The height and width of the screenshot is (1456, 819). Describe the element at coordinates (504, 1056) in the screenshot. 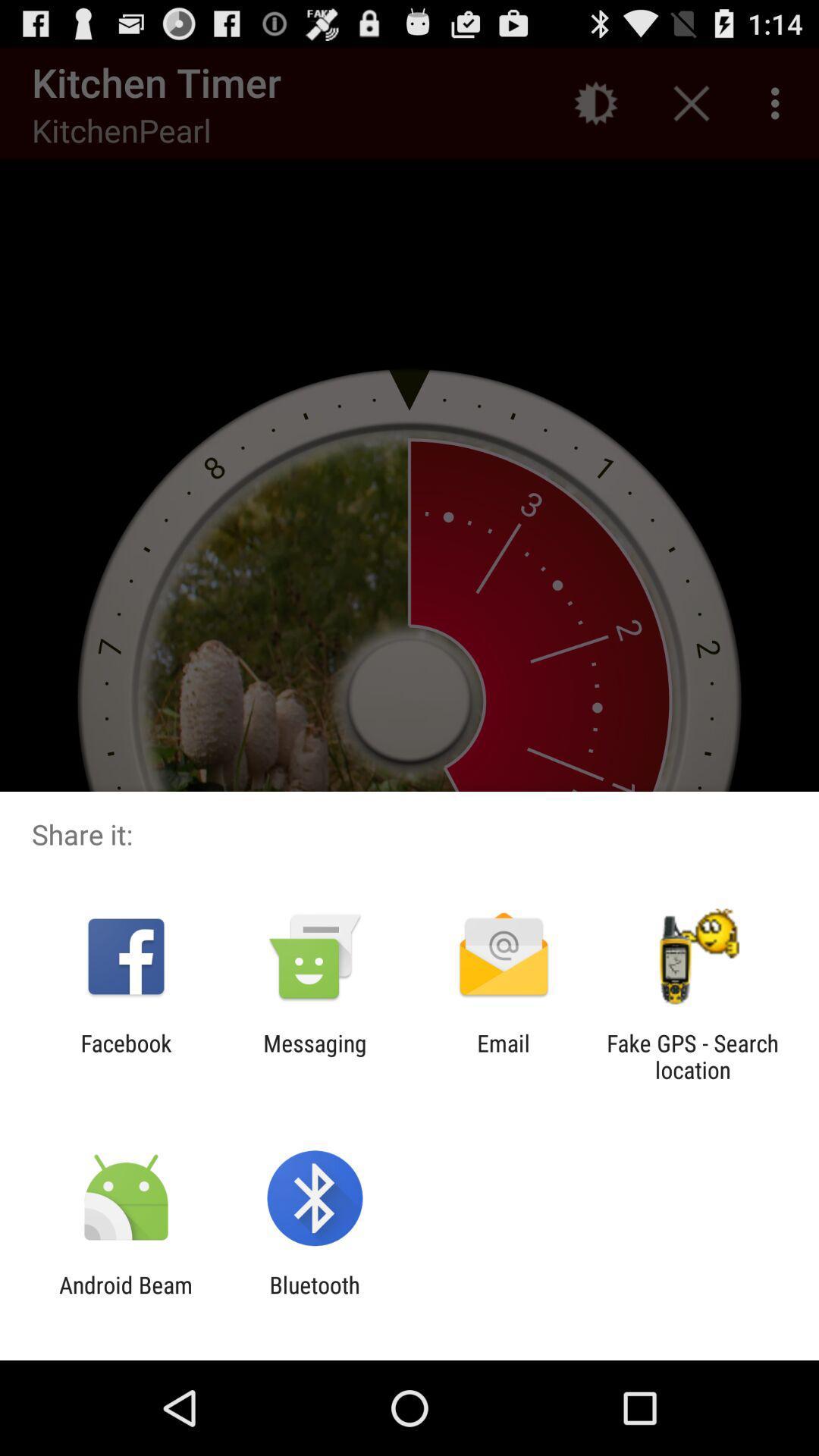

I see `app next to the fake gps search item` at that location.